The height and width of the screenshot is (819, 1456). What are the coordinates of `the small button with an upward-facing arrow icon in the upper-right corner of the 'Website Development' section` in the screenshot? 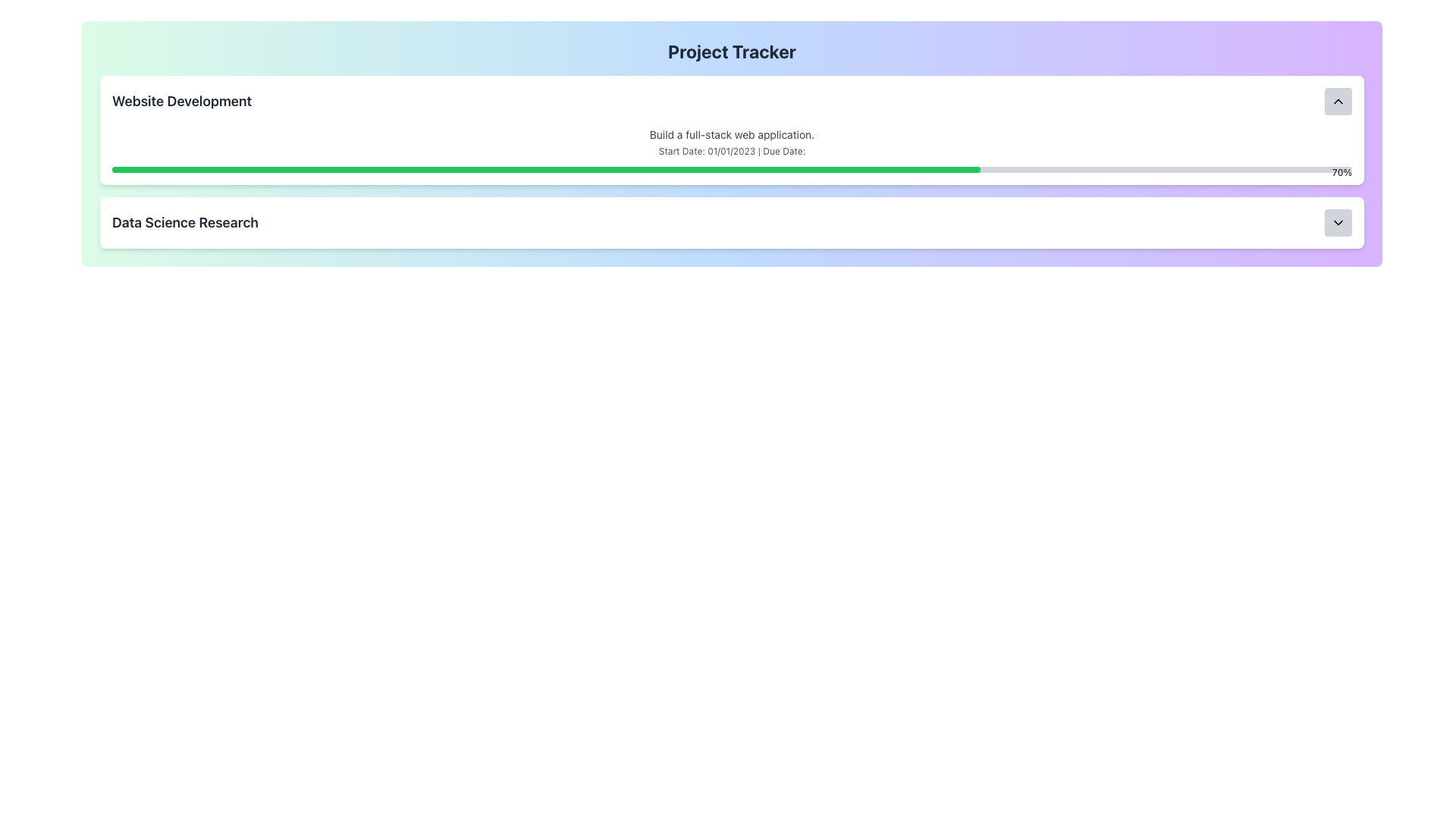 It's located at (1338, 102).